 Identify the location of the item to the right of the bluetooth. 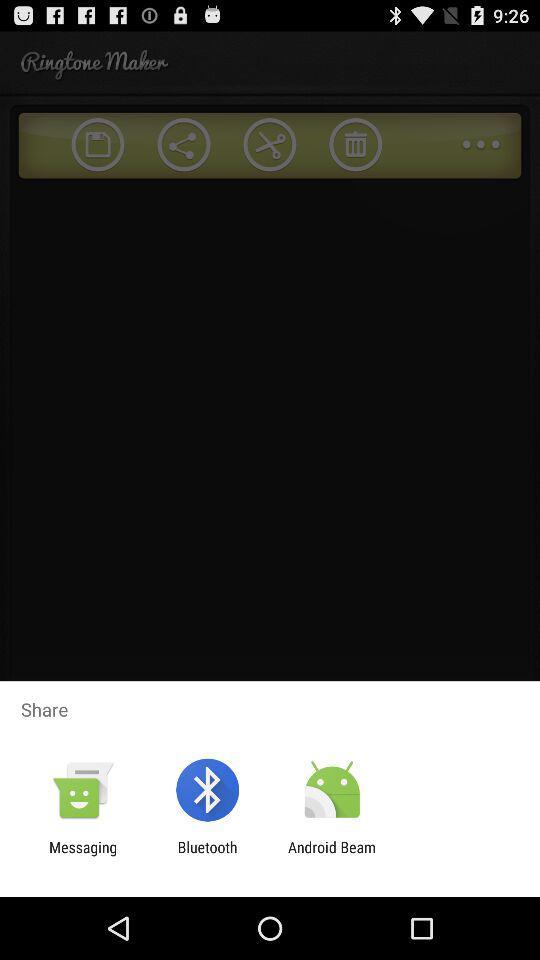
(332, 855).